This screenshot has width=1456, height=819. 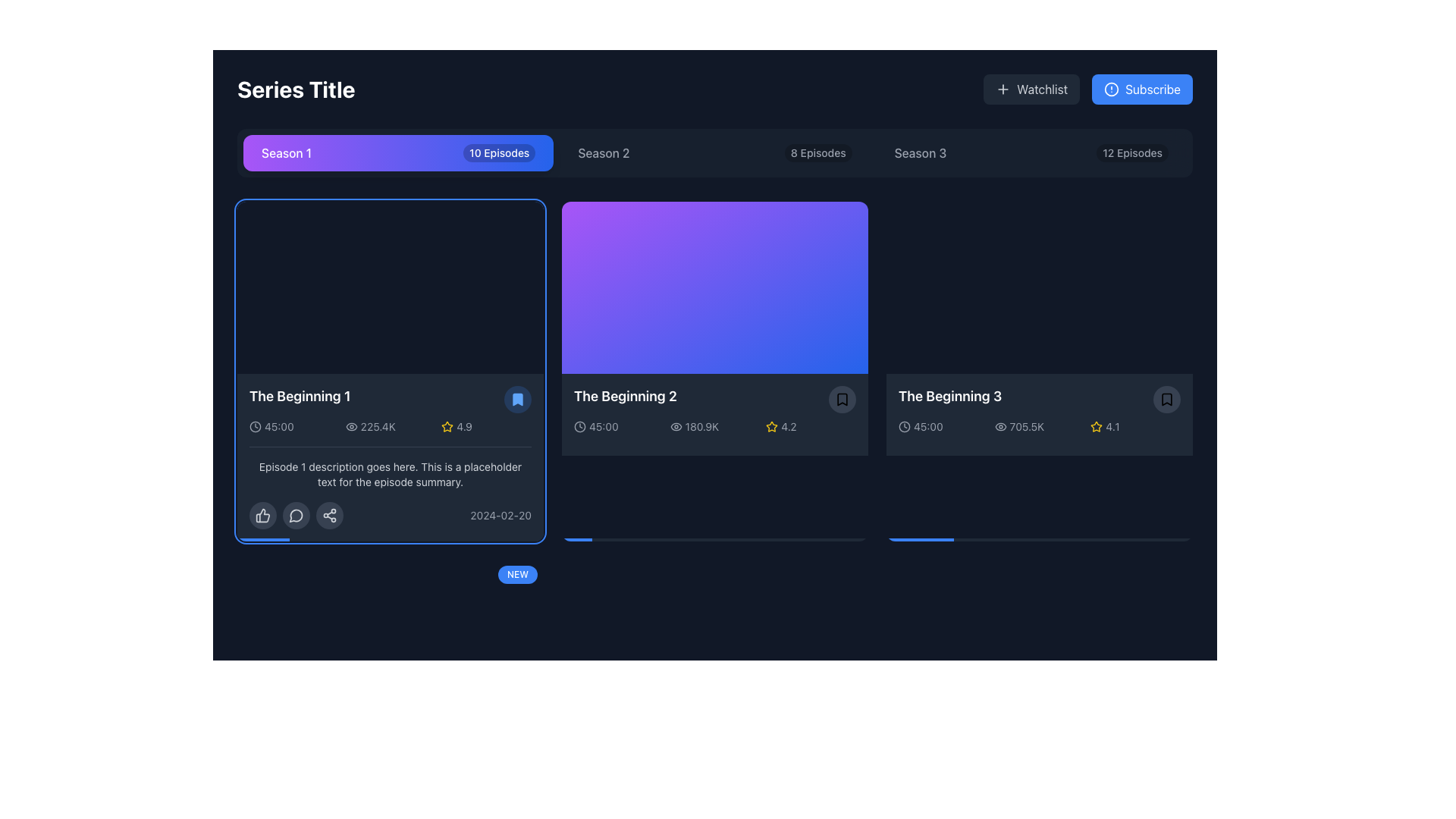 What do you see at coordinates (1167, 539) in the screenshot?
I see `progress level` at bounding box center [1167, 539].